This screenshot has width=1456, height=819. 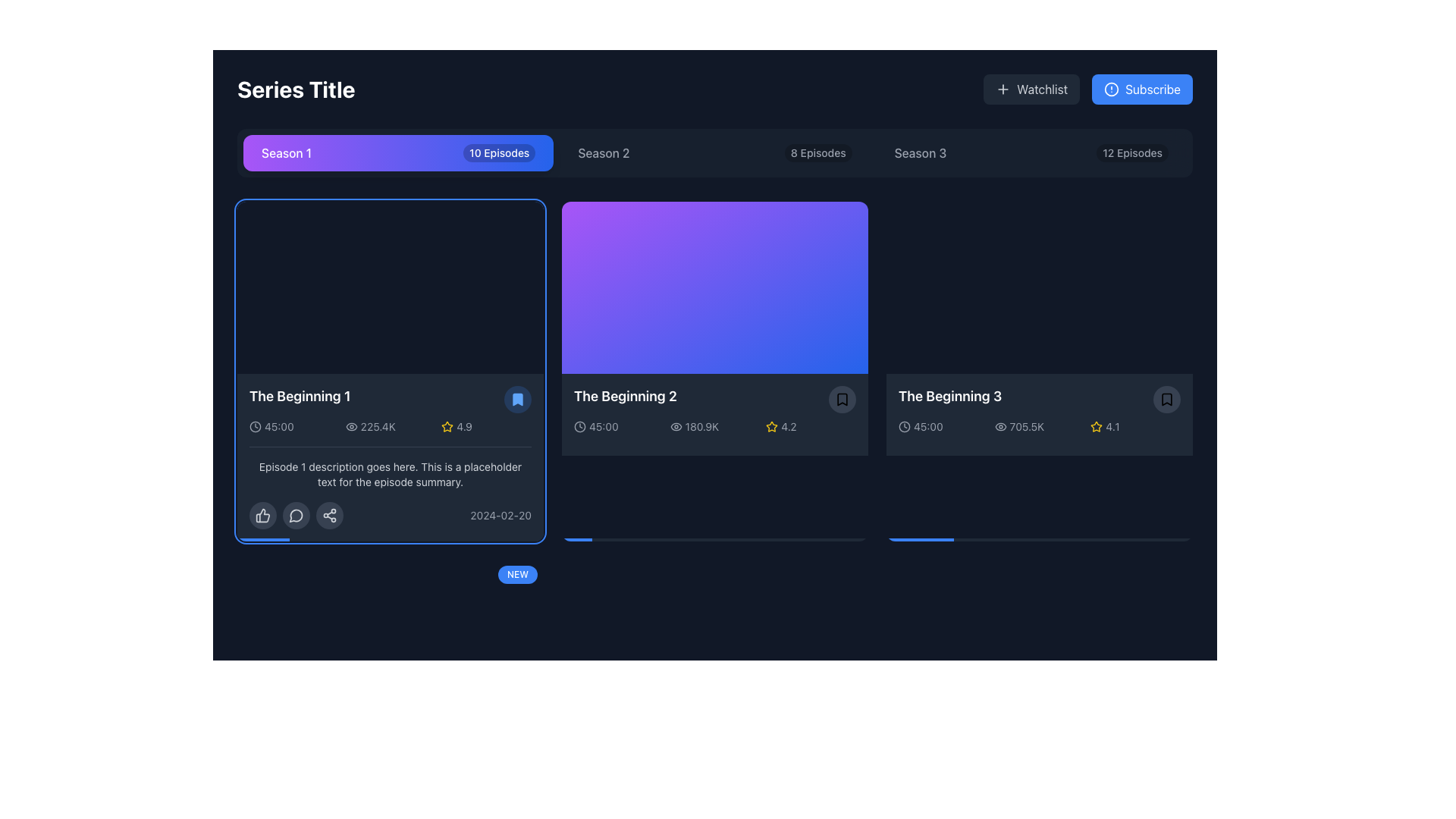 What do you see at coordinates (1167, 539) in the screenshot?
I see `progress level` at bounding box center [1167, 539].